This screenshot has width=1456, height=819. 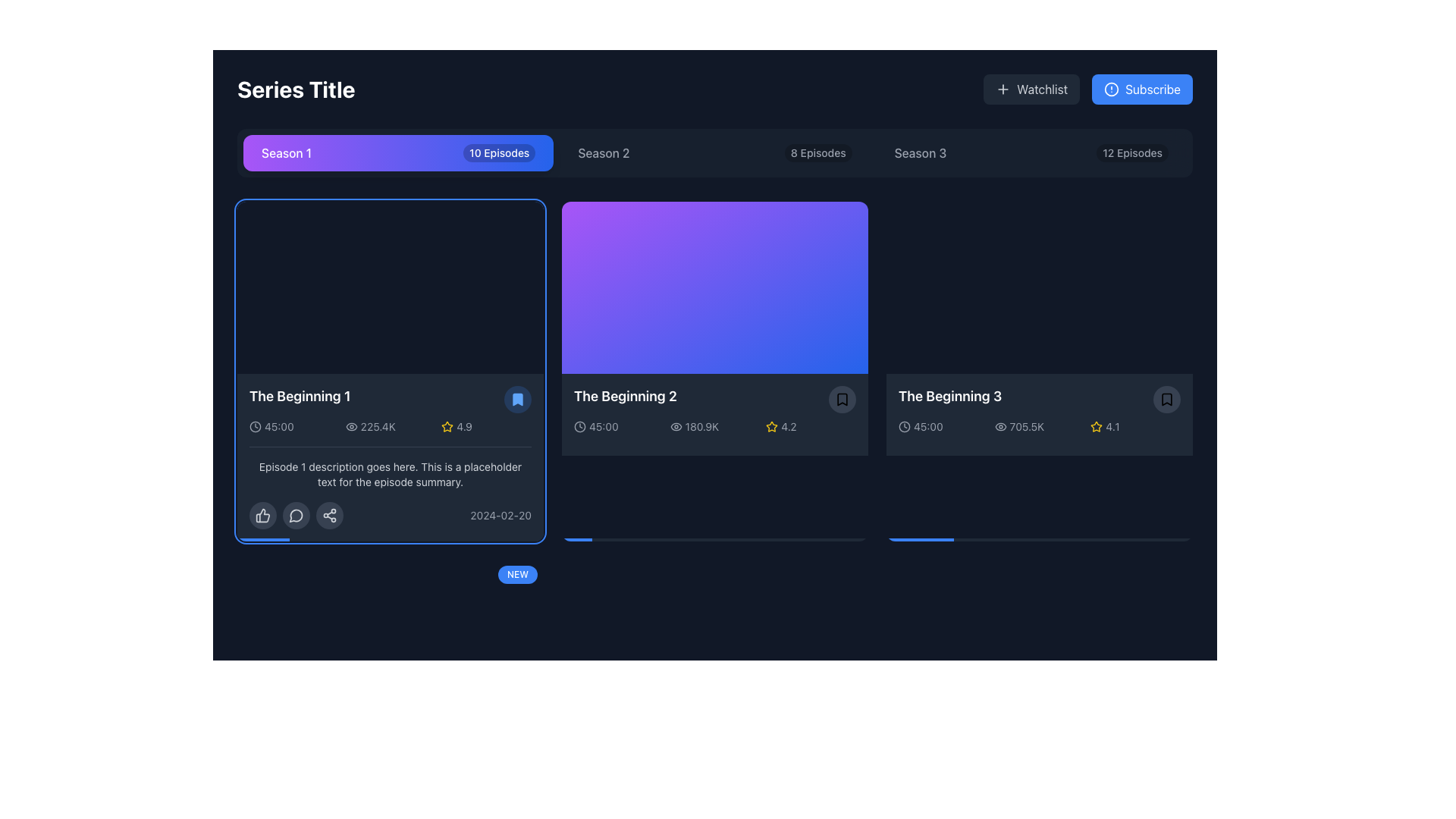 What do you see at coordinates (1167, 539) in the screenshot?
I see `progress level` at bounding box center [1167, 539].